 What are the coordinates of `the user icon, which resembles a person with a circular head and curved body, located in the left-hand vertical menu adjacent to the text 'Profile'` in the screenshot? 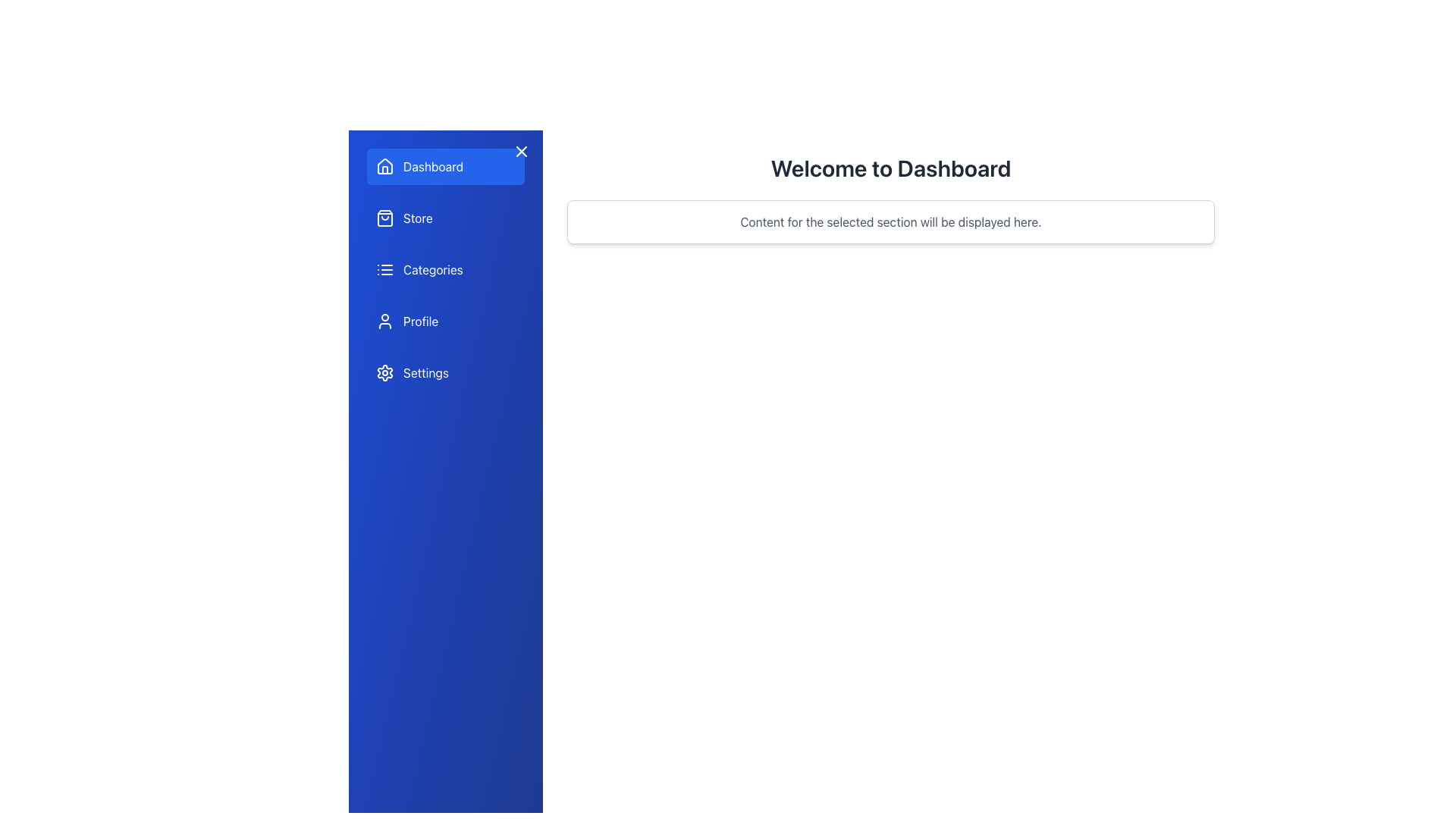 It's located at (385, 321).